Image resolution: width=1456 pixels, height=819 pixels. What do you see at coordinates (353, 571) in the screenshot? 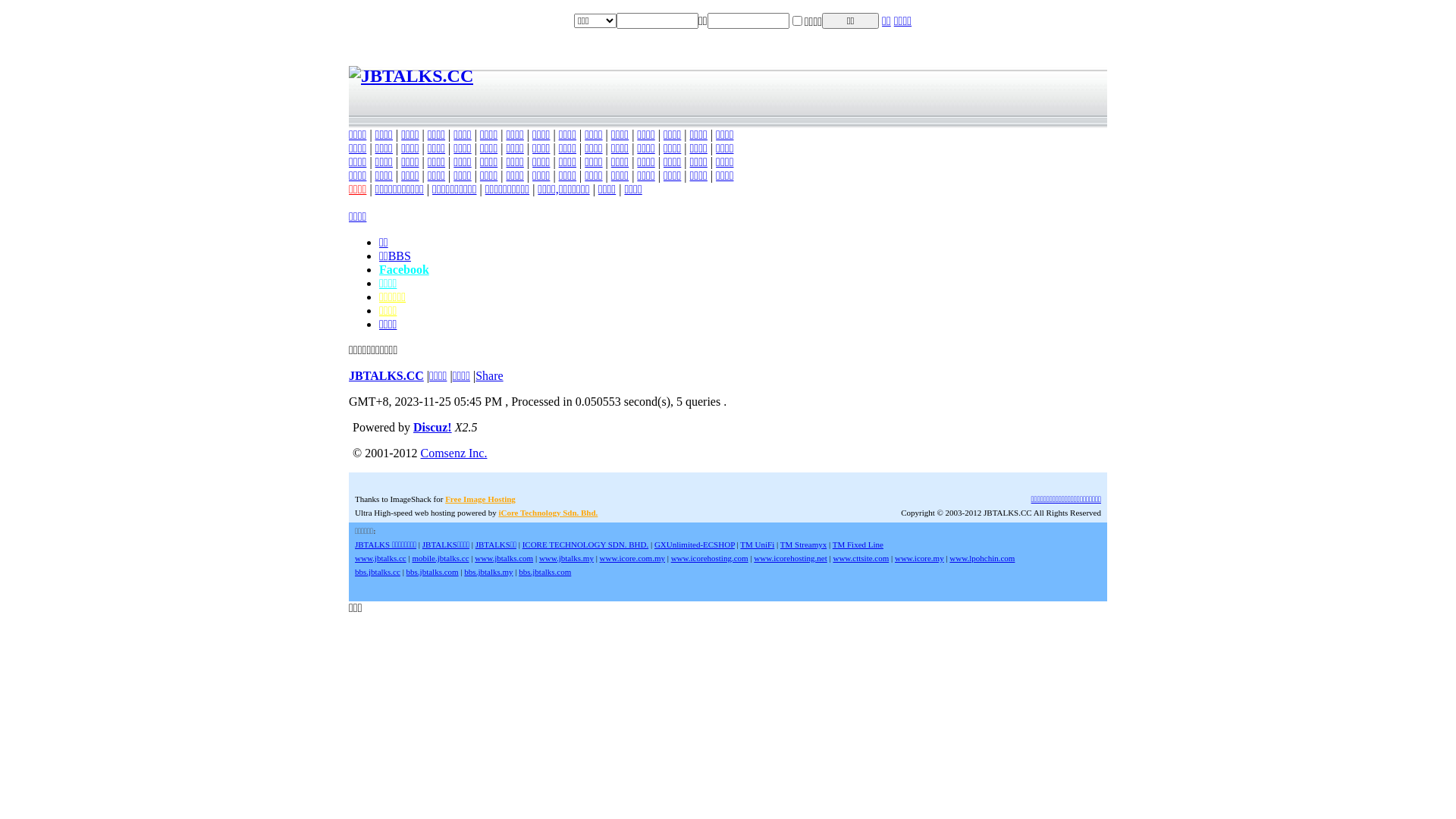
I see `'bbs.jbtalks.cc'` at bounding box center [353, 571].